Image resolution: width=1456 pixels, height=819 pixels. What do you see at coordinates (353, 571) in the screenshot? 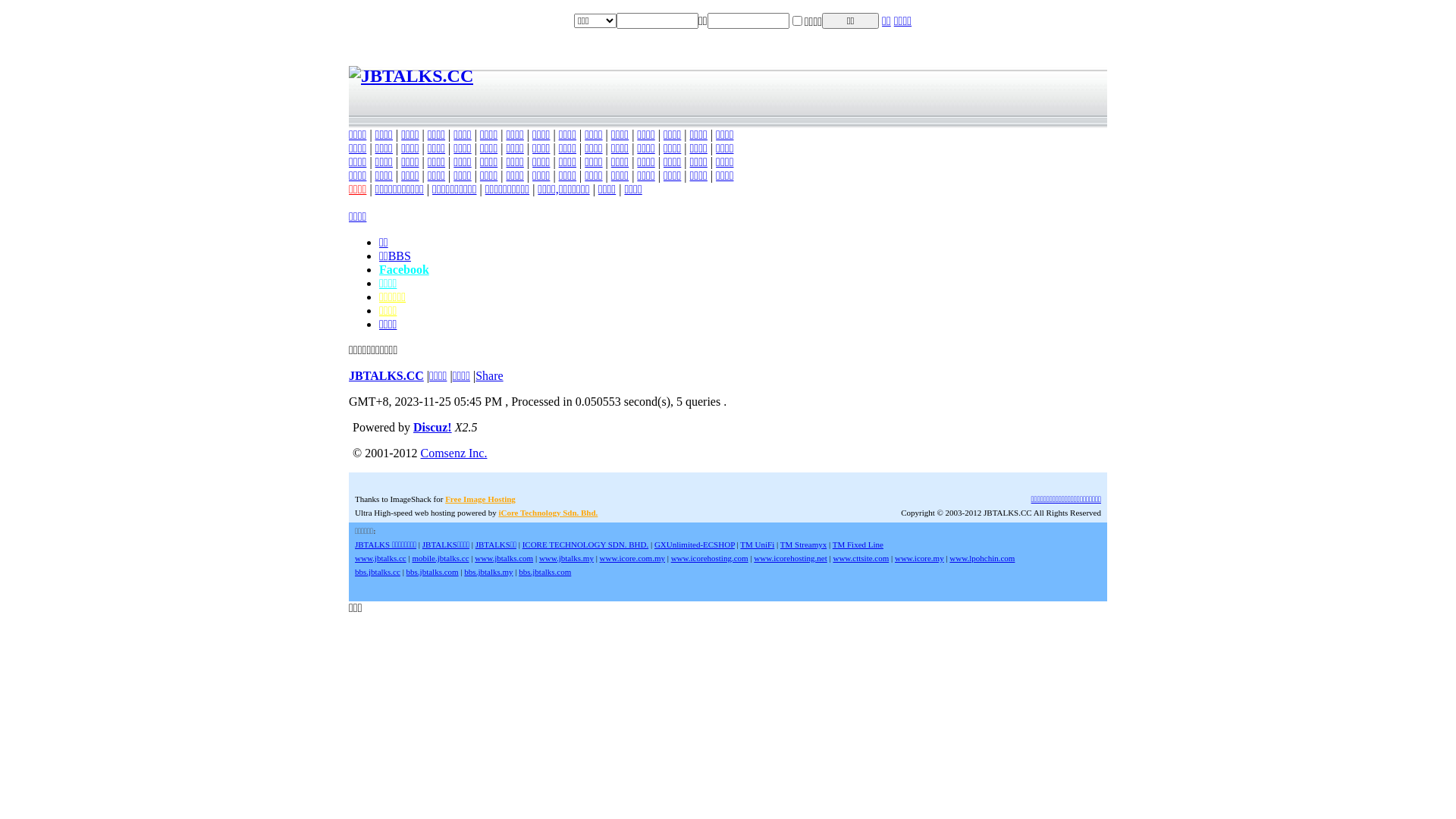
I see `'bbs.jbtalks.cc'` at bounding box center [353, 571].